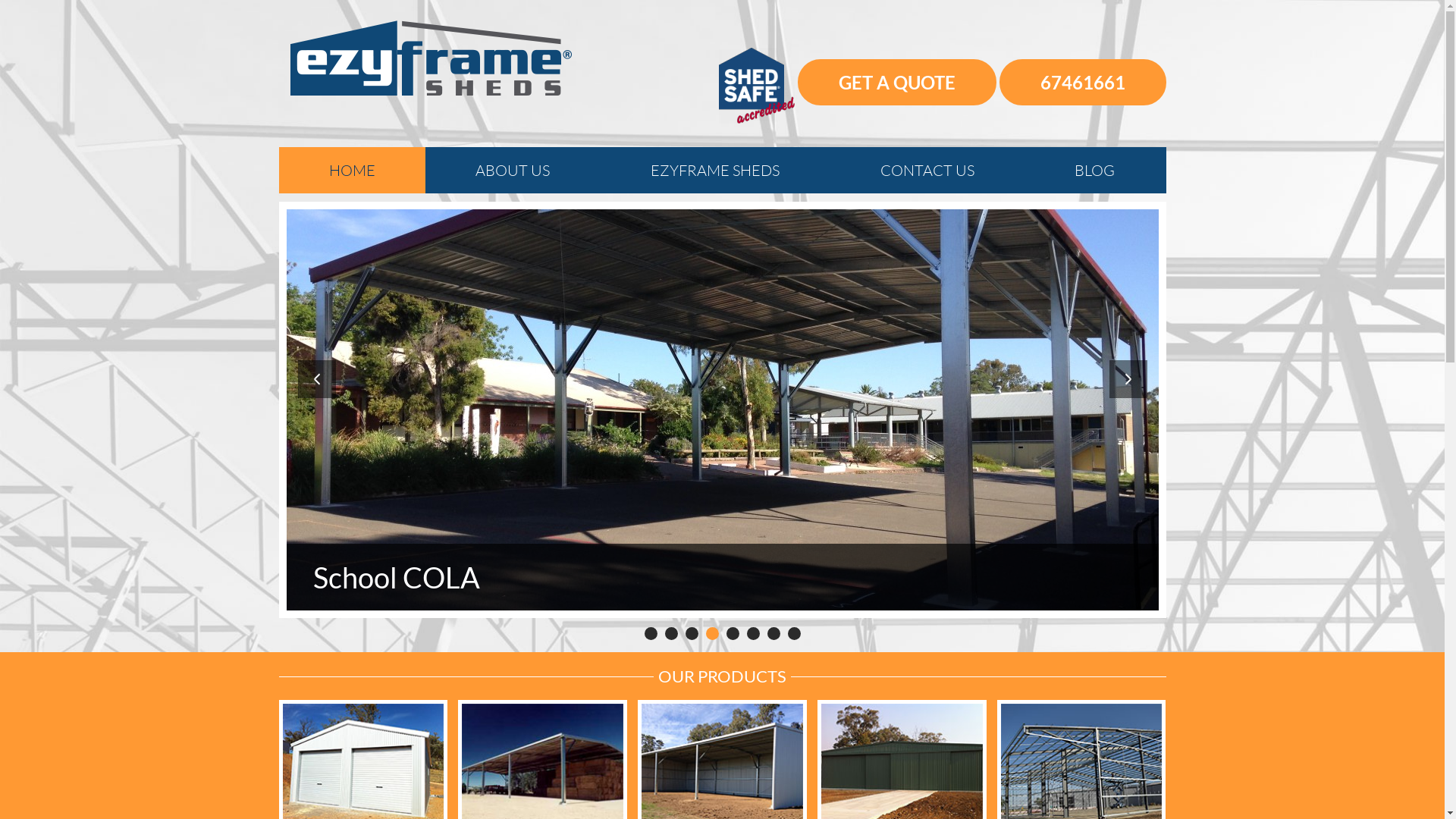 The image size is (1456, 819). I want to click on 'Next', so click(1128, 378).